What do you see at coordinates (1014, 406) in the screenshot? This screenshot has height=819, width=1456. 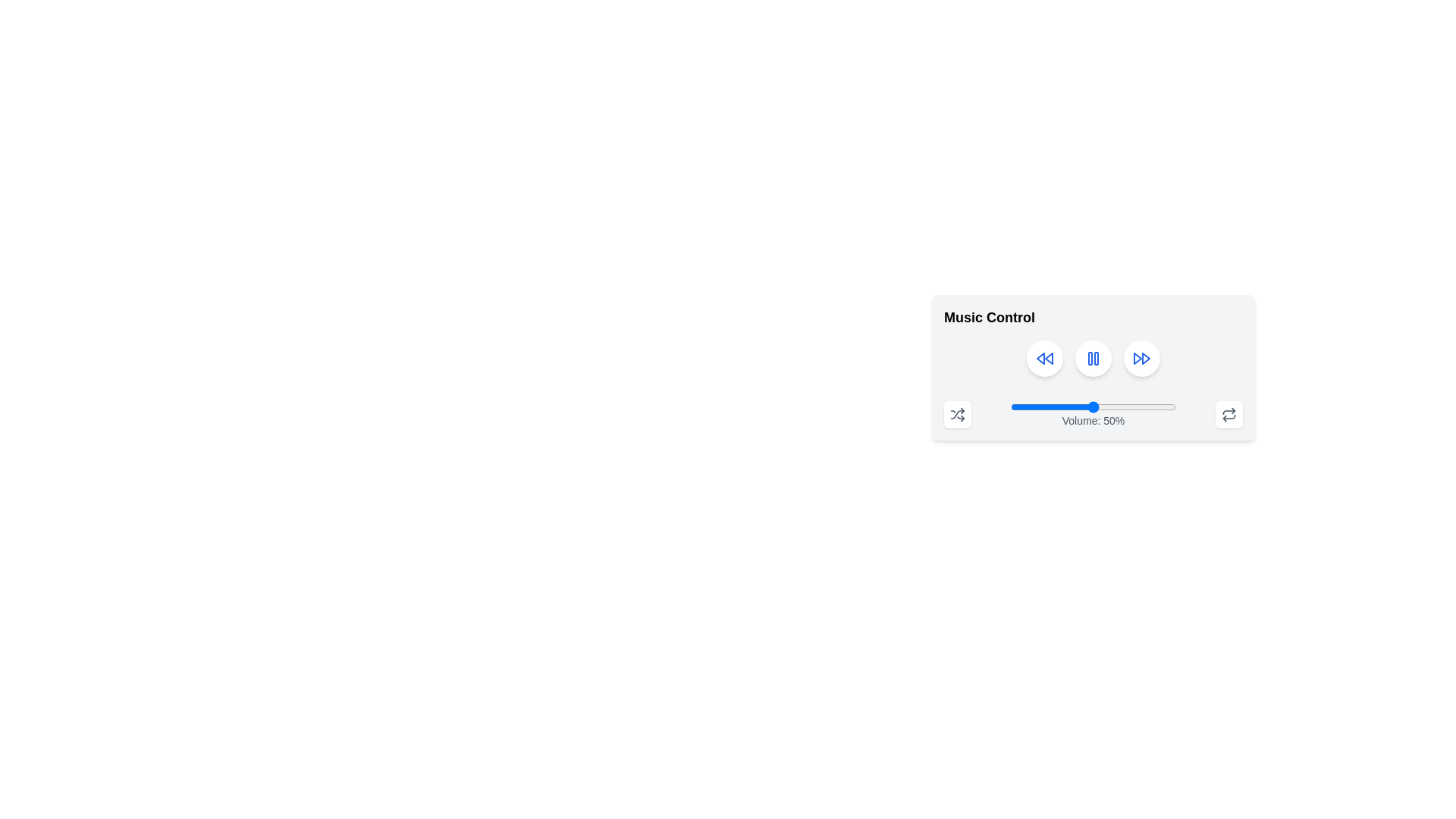 I see `volume` at bounding box center [1014, 406].